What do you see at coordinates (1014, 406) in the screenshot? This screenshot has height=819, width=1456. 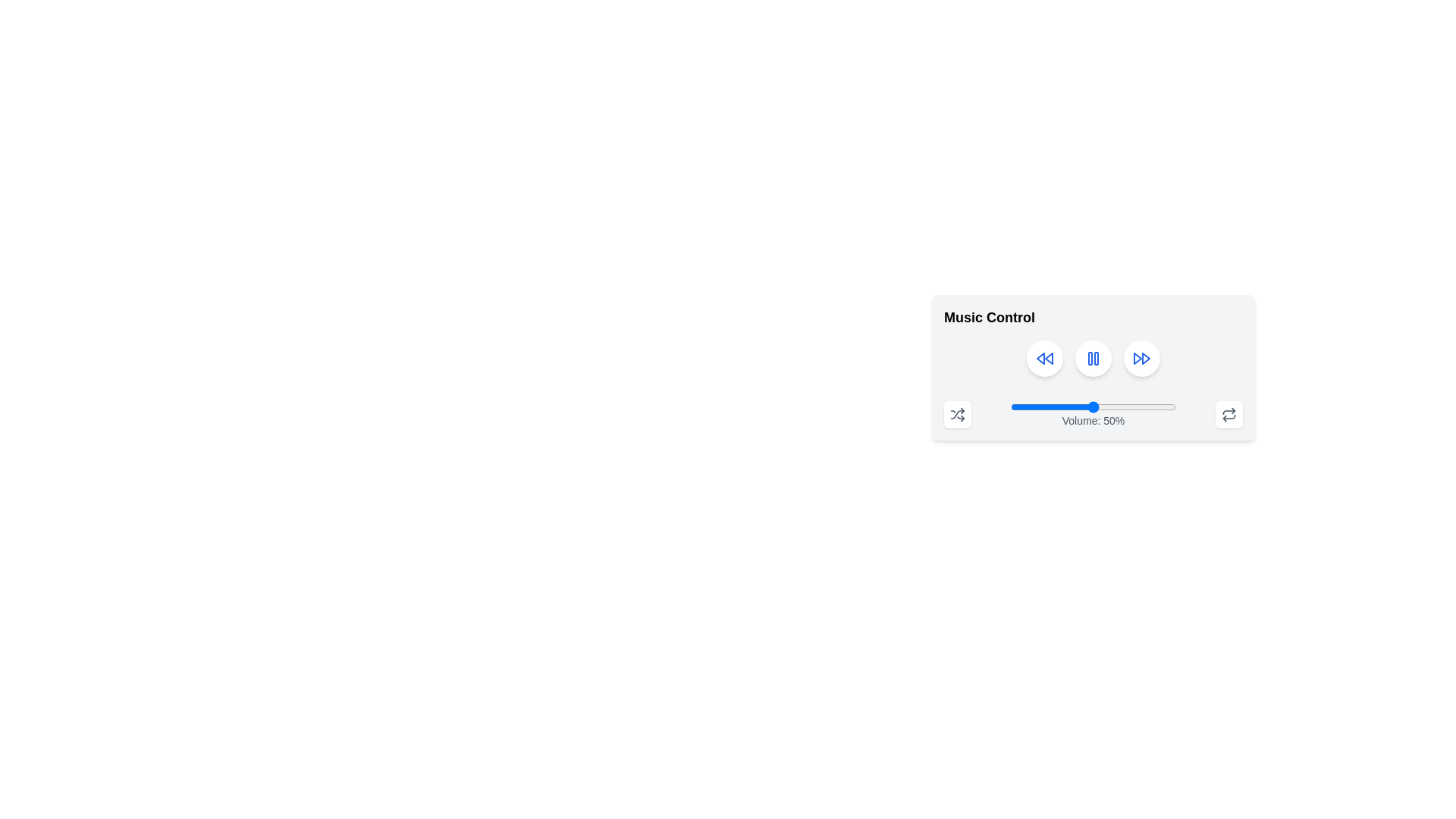 I see `volume` at bounding box center [1014, 406].